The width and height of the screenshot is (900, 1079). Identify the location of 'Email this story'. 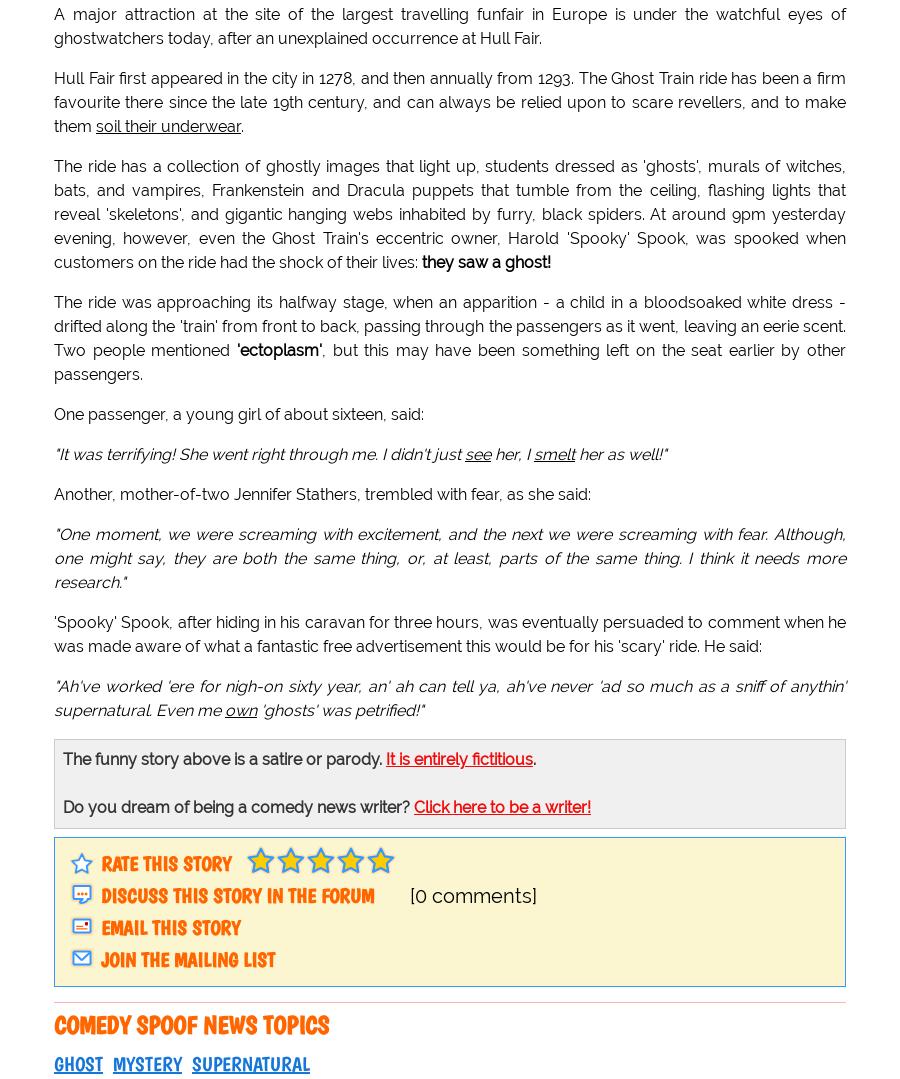
(170, 928).